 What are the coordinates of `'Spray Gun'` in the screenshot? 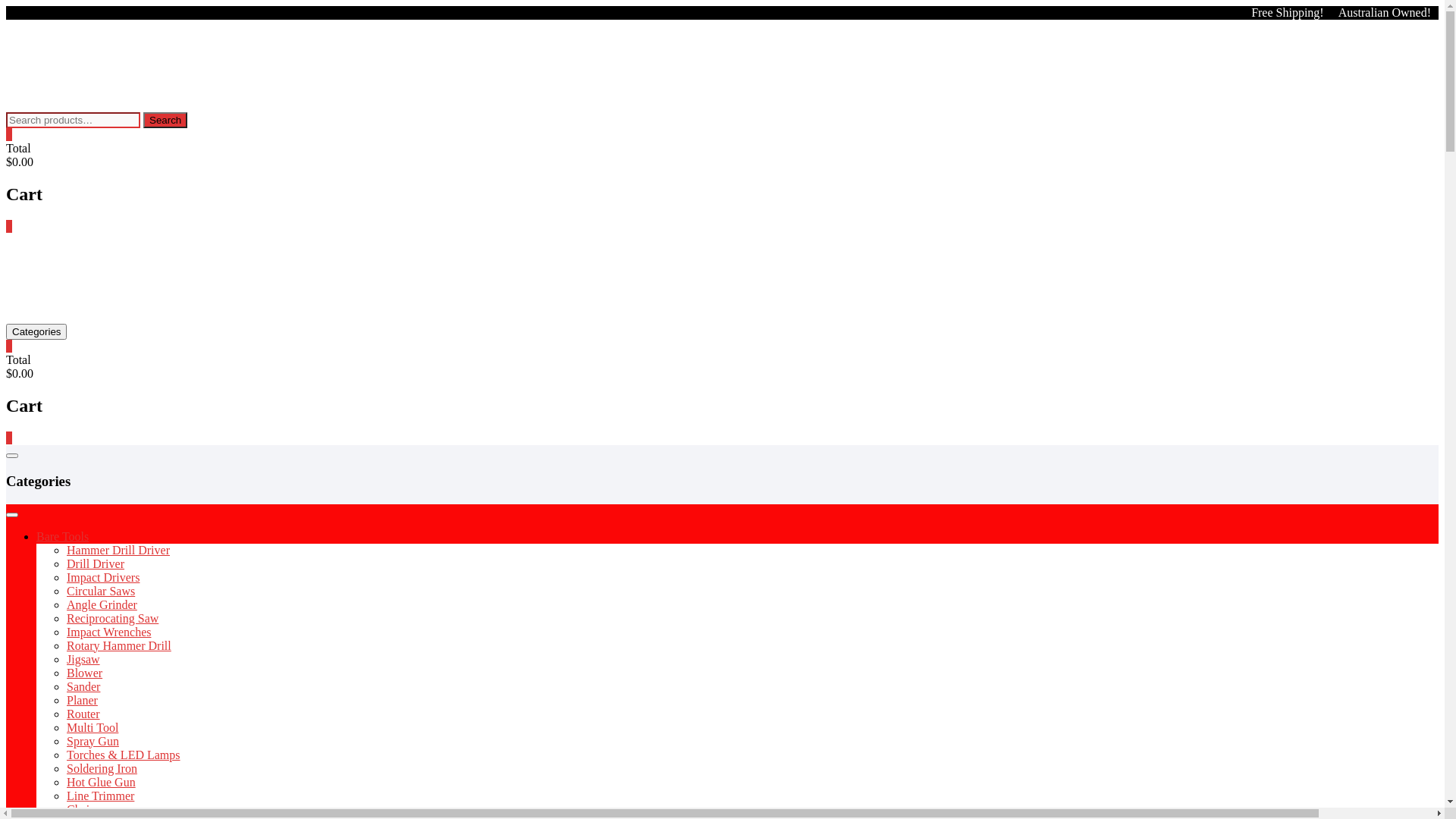 It's located at (92, 740).